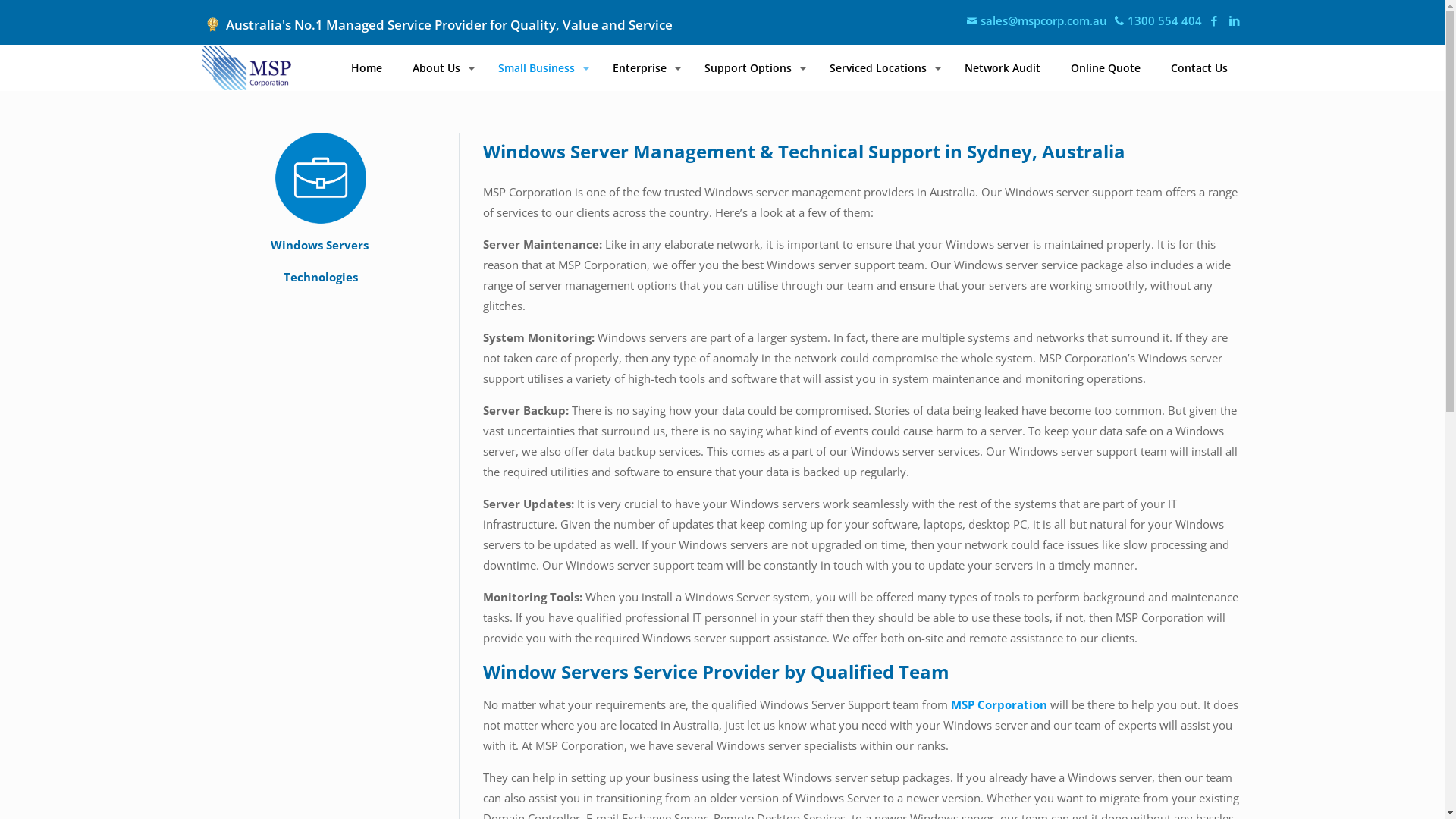 The width and height of the screenshot is (1456, 819). What do you see at coordinates (1106, 67) in the screenshot?
I see `'Online Quote'` at bounding box center [1106, 67].